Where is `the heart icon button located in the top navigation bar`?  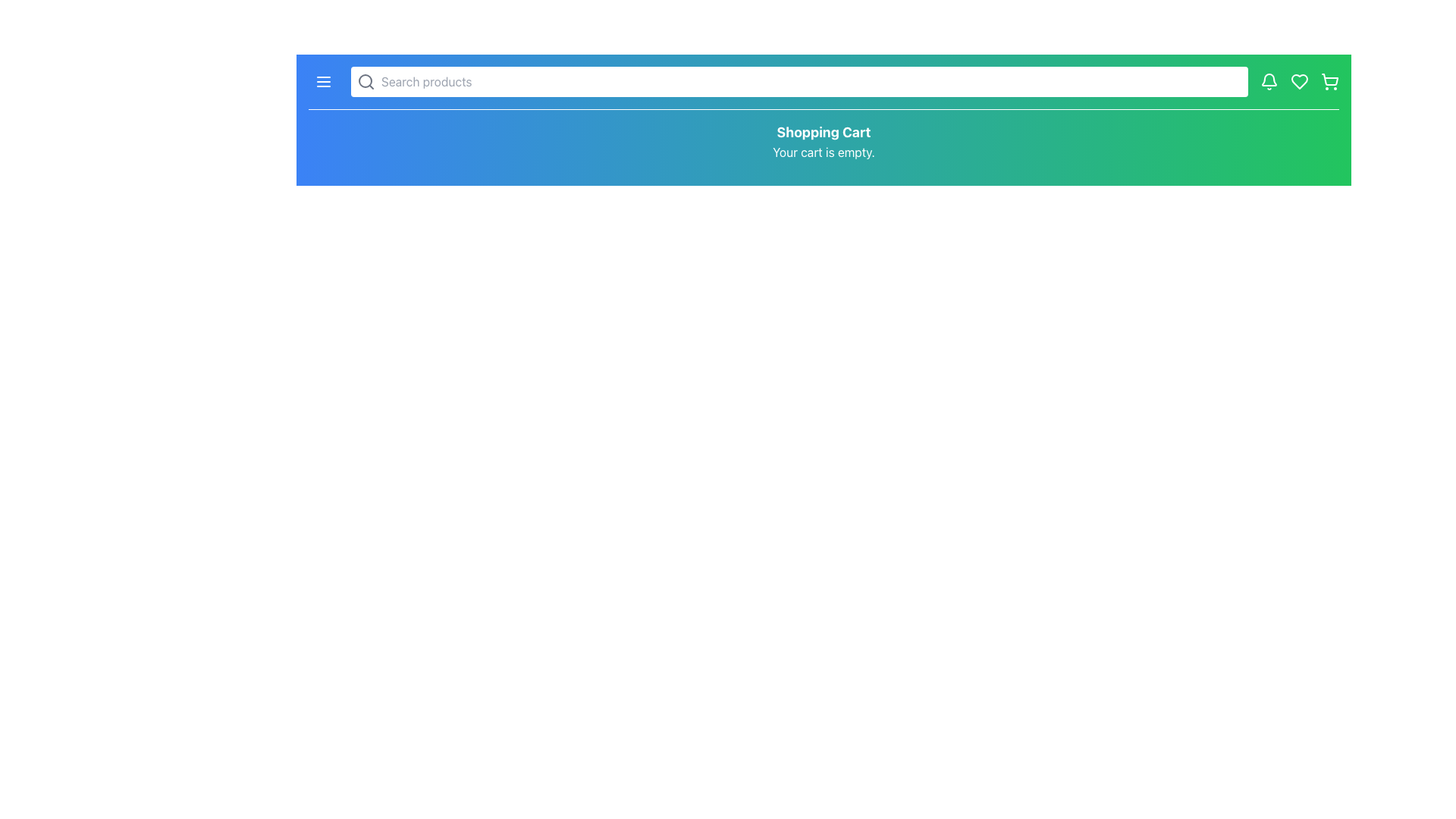 the heart icon button located in the top navigation bar is located at coordinates (1298, 82).